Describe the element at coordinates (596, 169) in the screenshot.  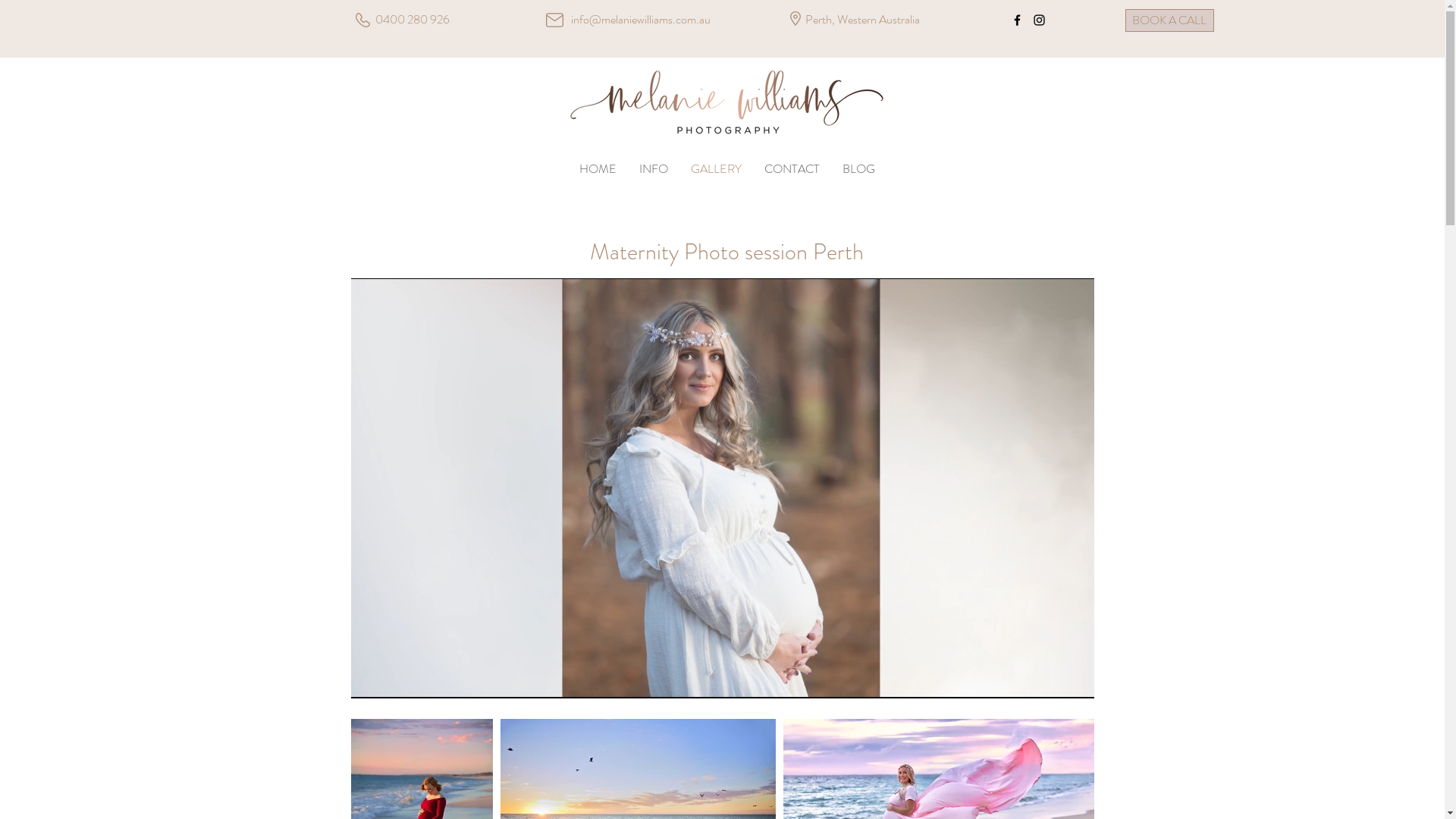
I see `'HOME'` at that location.